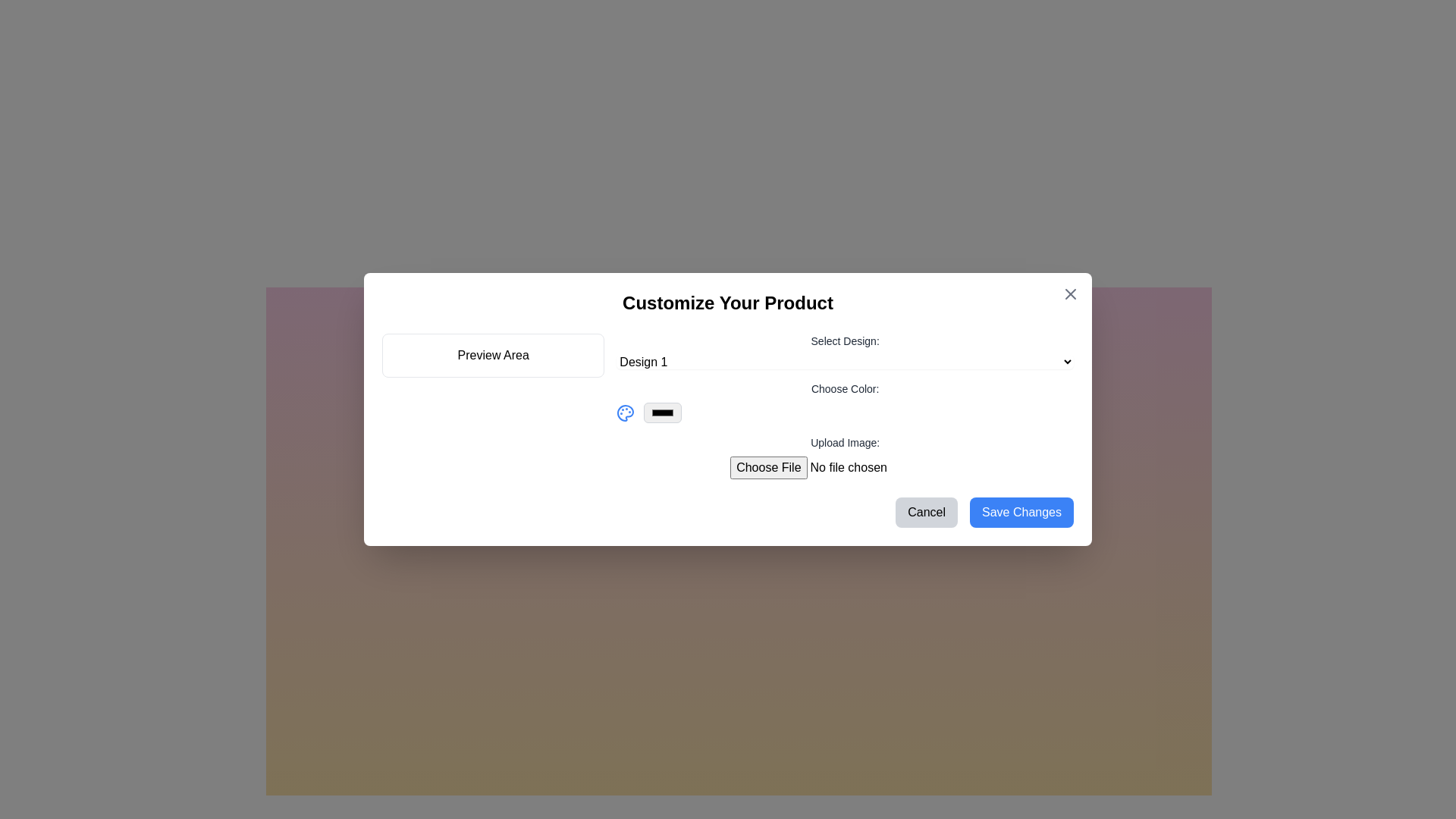  Describe the element at coordinates (1069, 294) in the screenshot. I see `the close button located in the top-right corner of the modal window to observe a styling change` at that location.